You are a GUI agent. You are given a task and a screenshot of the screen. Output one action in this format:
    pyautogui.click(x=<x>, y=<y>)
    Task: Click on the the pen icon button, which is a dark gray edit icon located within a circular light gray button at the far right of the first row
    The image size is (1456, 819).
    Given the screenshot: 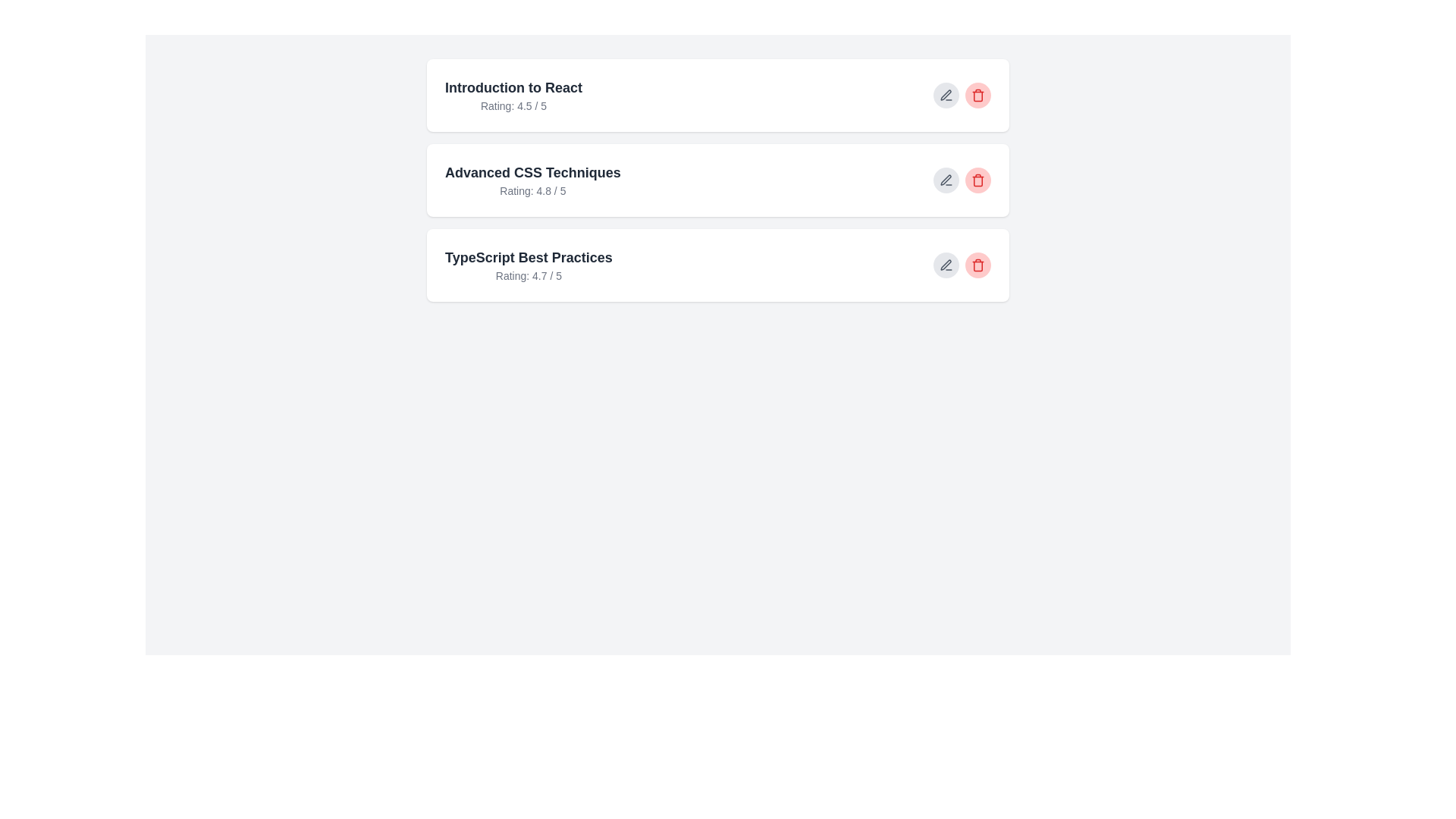 What is the action you would take?
    pyautogui.click(x=946, y=96)
    